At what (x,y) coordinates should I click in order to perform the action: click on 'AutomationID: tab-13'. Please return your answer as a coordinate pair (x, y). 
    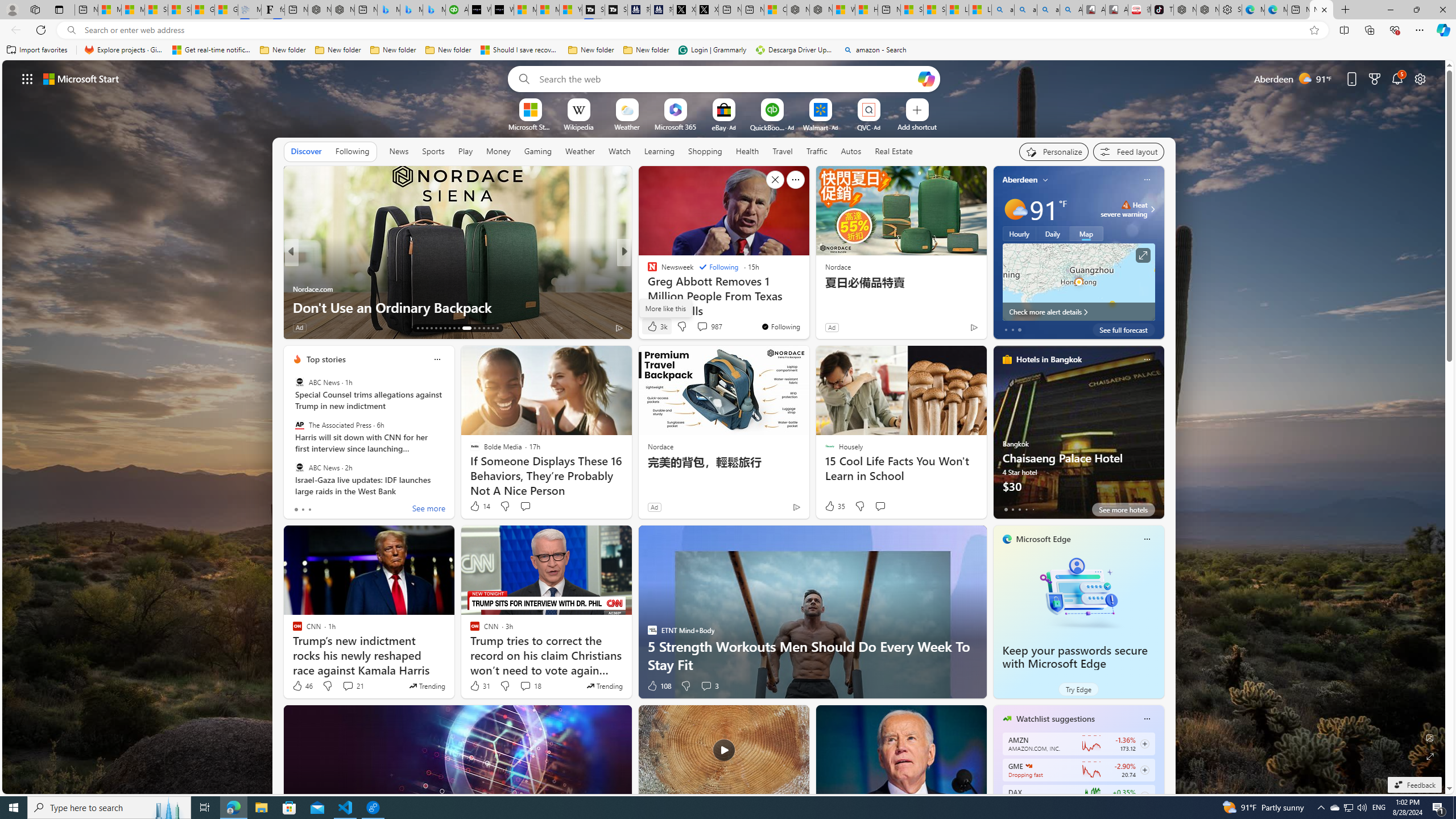
    Looking at the image, I should click on (417, 328).